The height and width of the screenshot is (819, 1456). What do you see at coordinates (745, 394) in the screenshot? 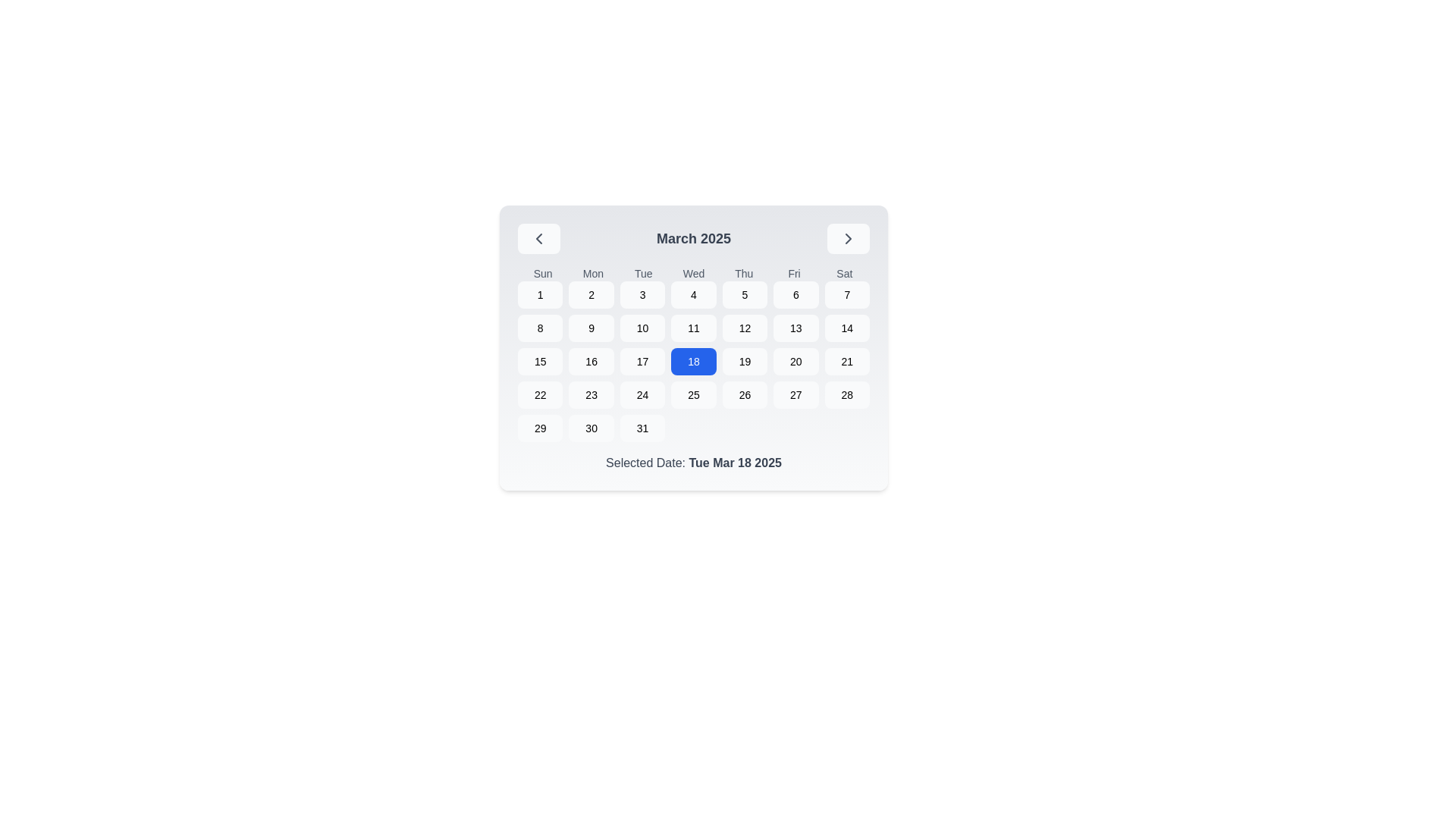
I see `the calendar date button labeled '26'` at bounding box center [745, 394].